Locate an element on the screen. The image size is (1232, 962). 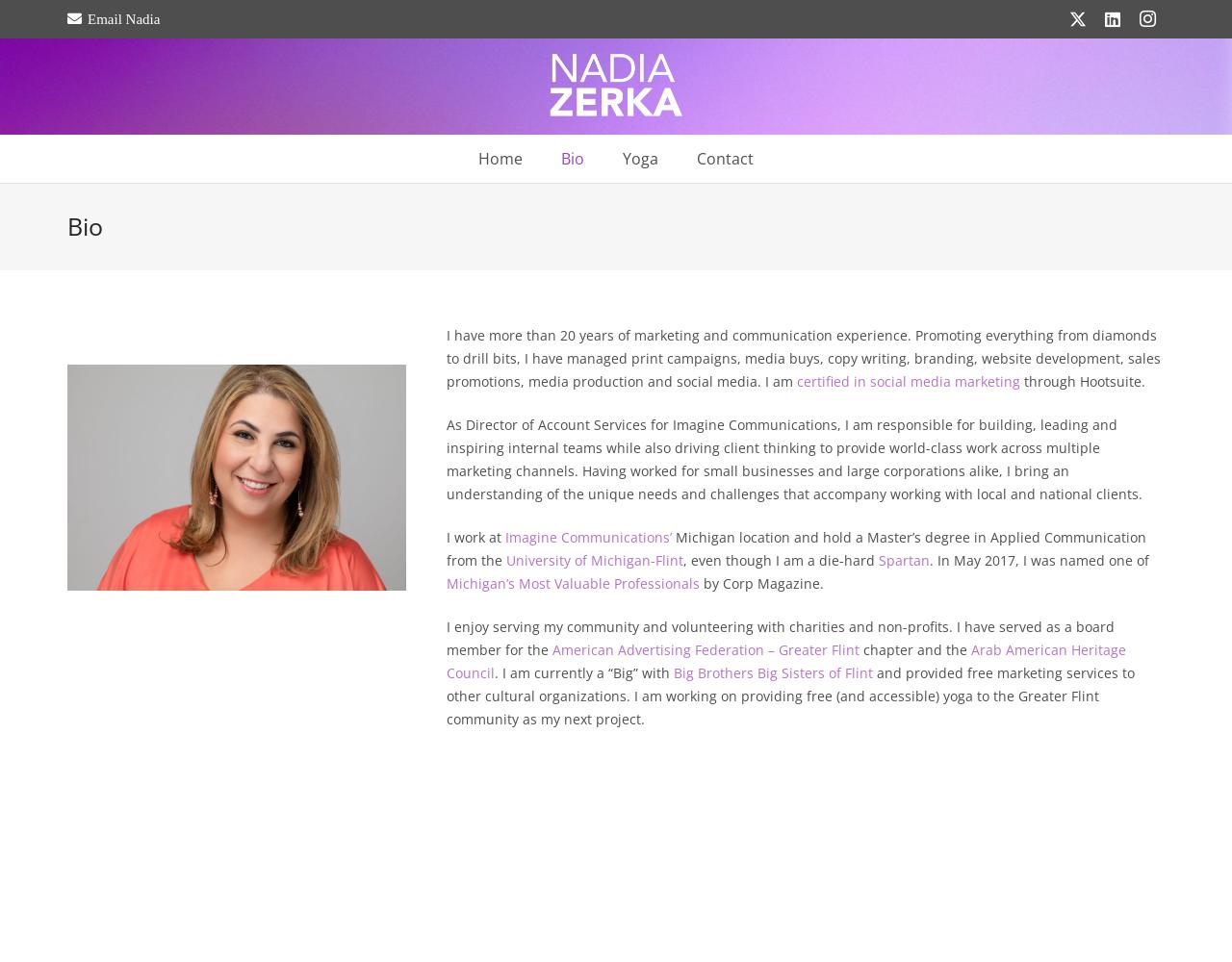
'and provided free marketing services to other cultural organizations. I am working on providing free (and accessible) yoga to the Greater Flint community as my next project.' is located at coordinates (789, 695).